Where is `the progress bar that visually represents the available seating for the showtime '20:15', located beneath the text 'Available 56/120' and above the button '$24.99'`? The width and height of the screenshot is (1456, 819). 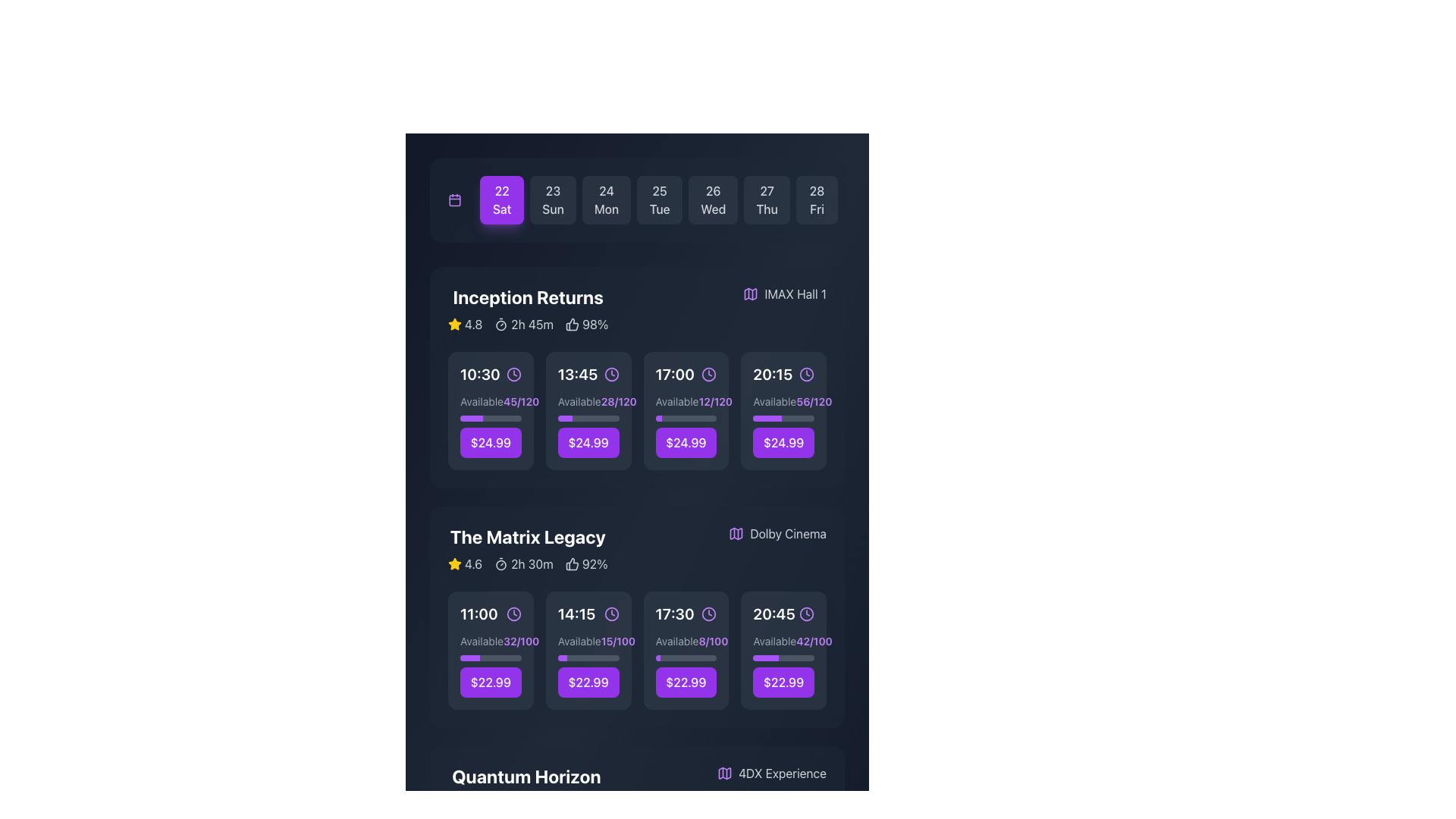 the progress bar that visually represents the available seating for the showtime '20:15', located beneath the text 'Available 56/120' and above the button '$24.99' is located at coordinates (783, 418).